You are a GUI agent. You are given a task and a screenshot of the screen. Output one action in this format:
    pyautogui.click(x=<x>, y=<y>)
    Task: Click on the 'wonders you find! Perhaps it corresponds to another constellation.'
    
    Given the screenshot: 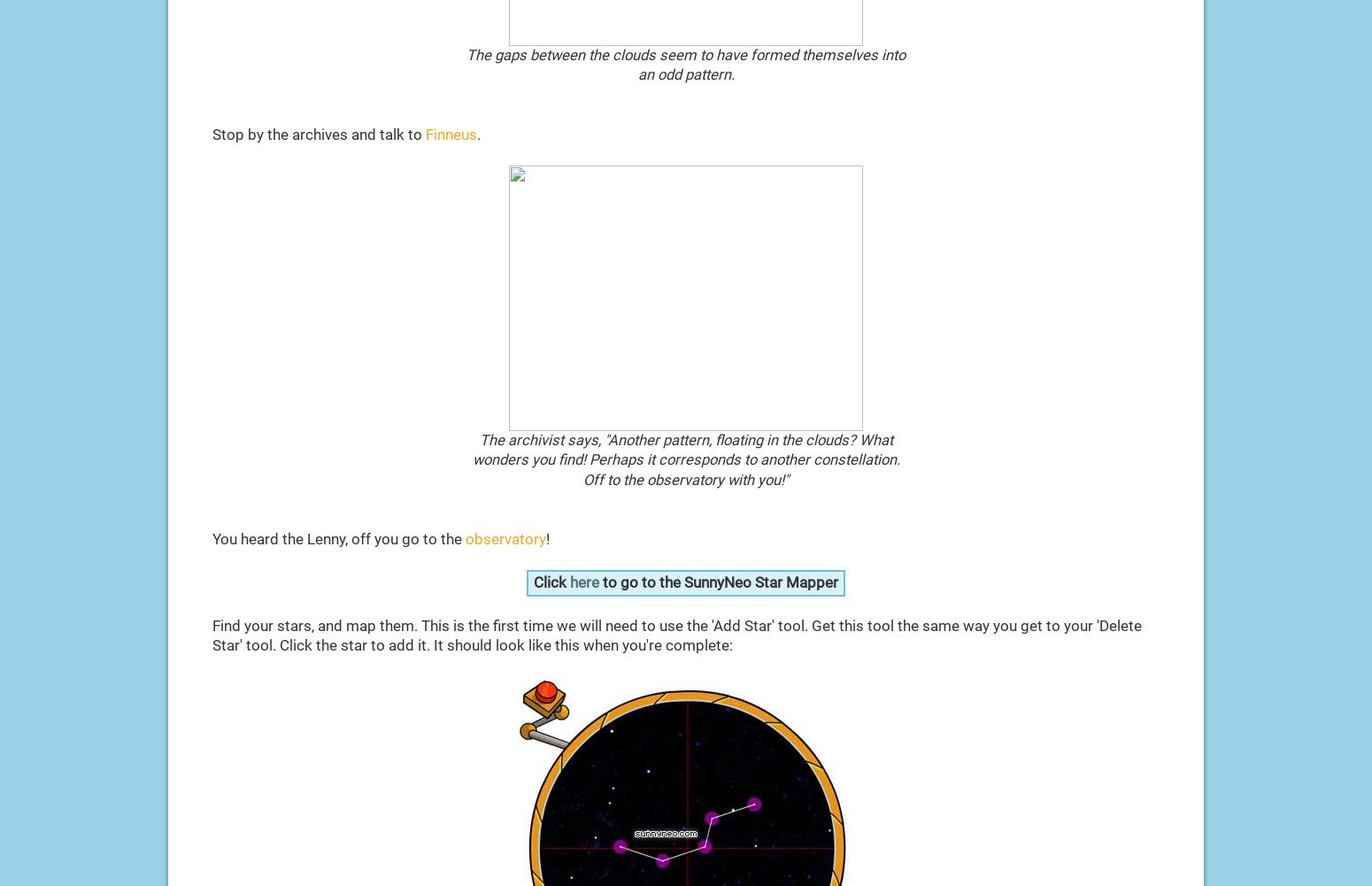 What is the action you would take?
    pyautogui.click(x=471, y=458)
    